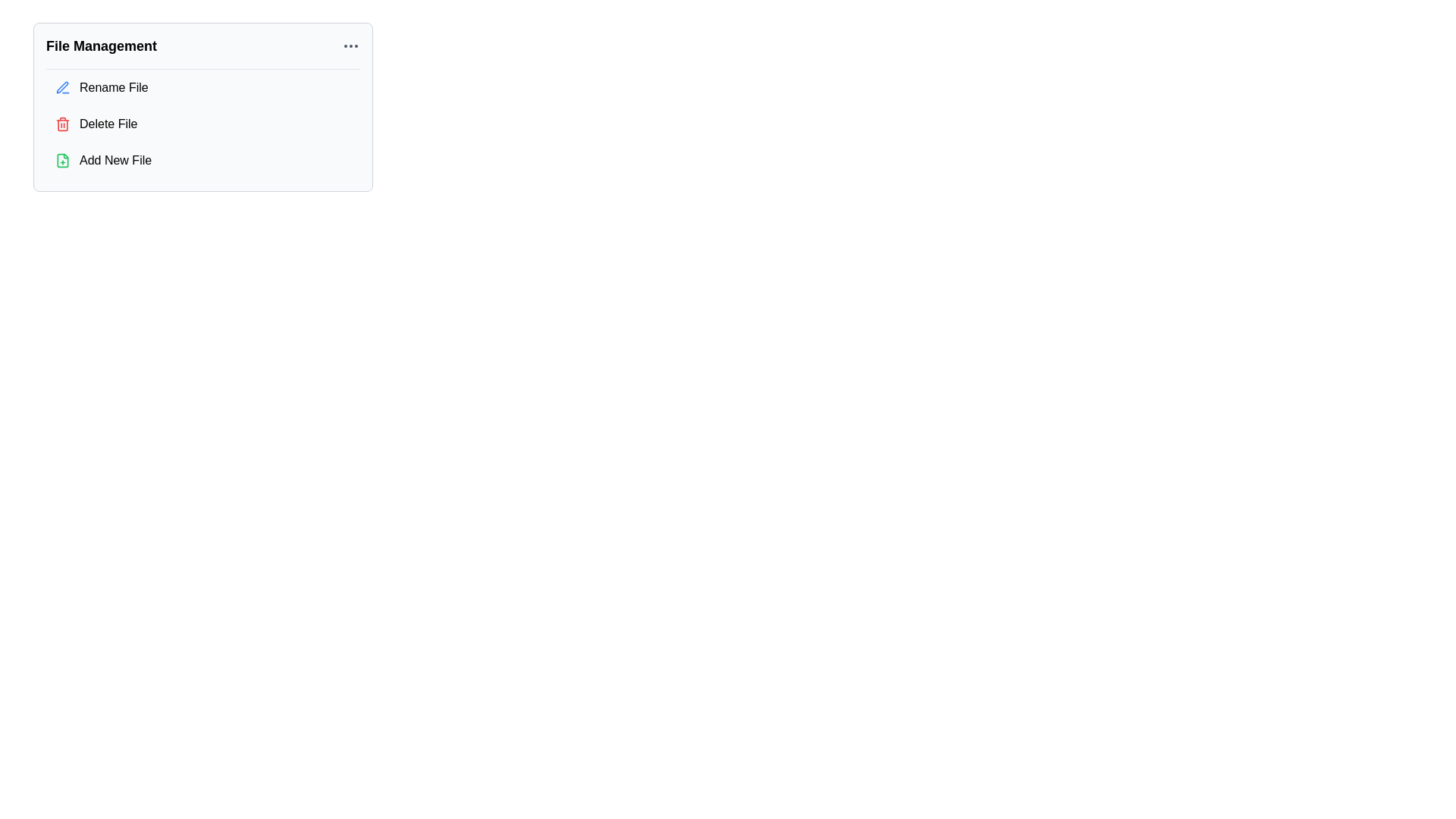 This screenshot has height=819, width=1456. Describe the element at coordinates (202, 124) in the screenshot. I see `the 'Delete File' option` at that location.